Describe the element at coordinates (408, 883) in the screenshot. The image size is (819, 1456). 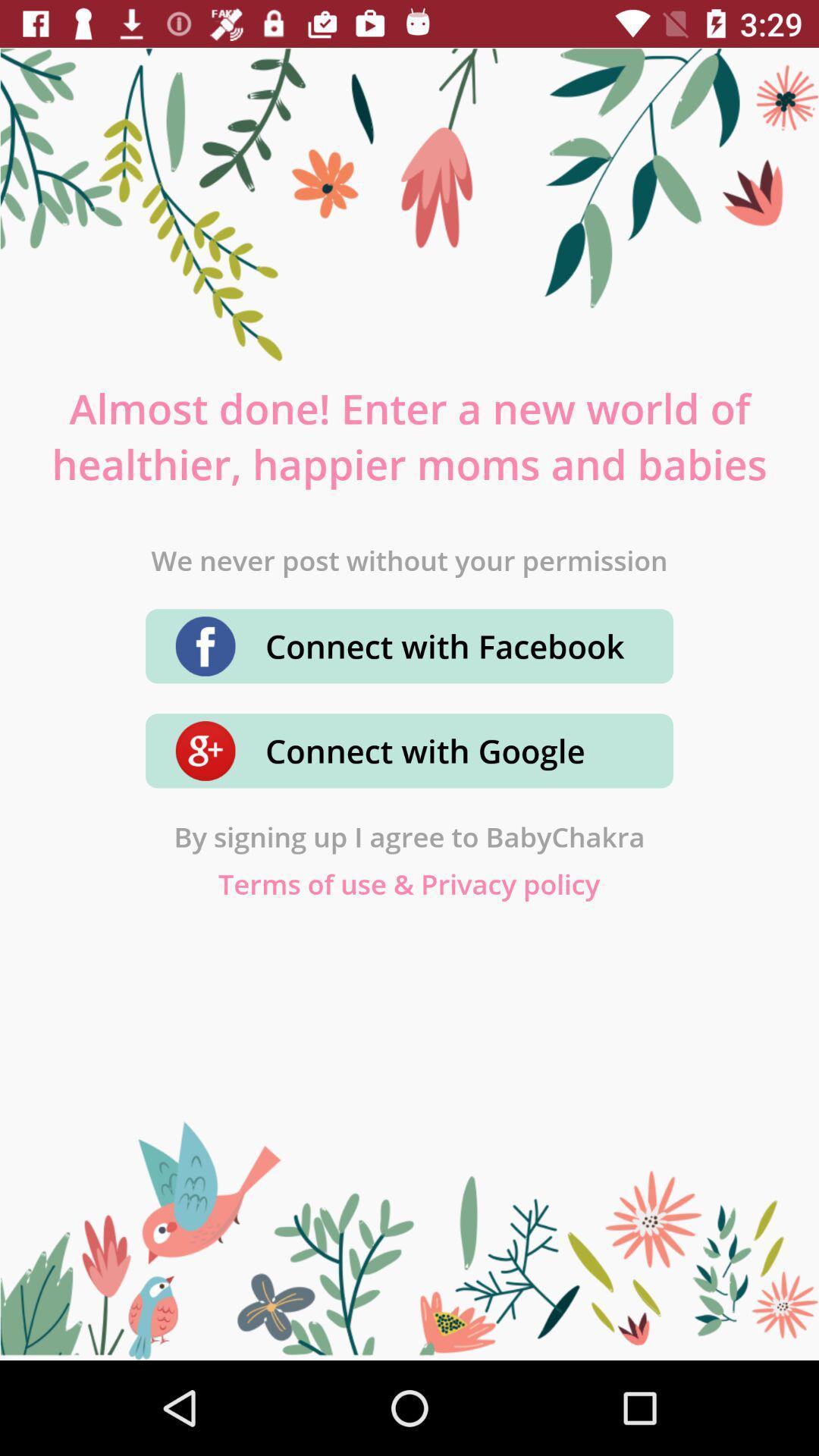
I see `terms of use icon` at that location.